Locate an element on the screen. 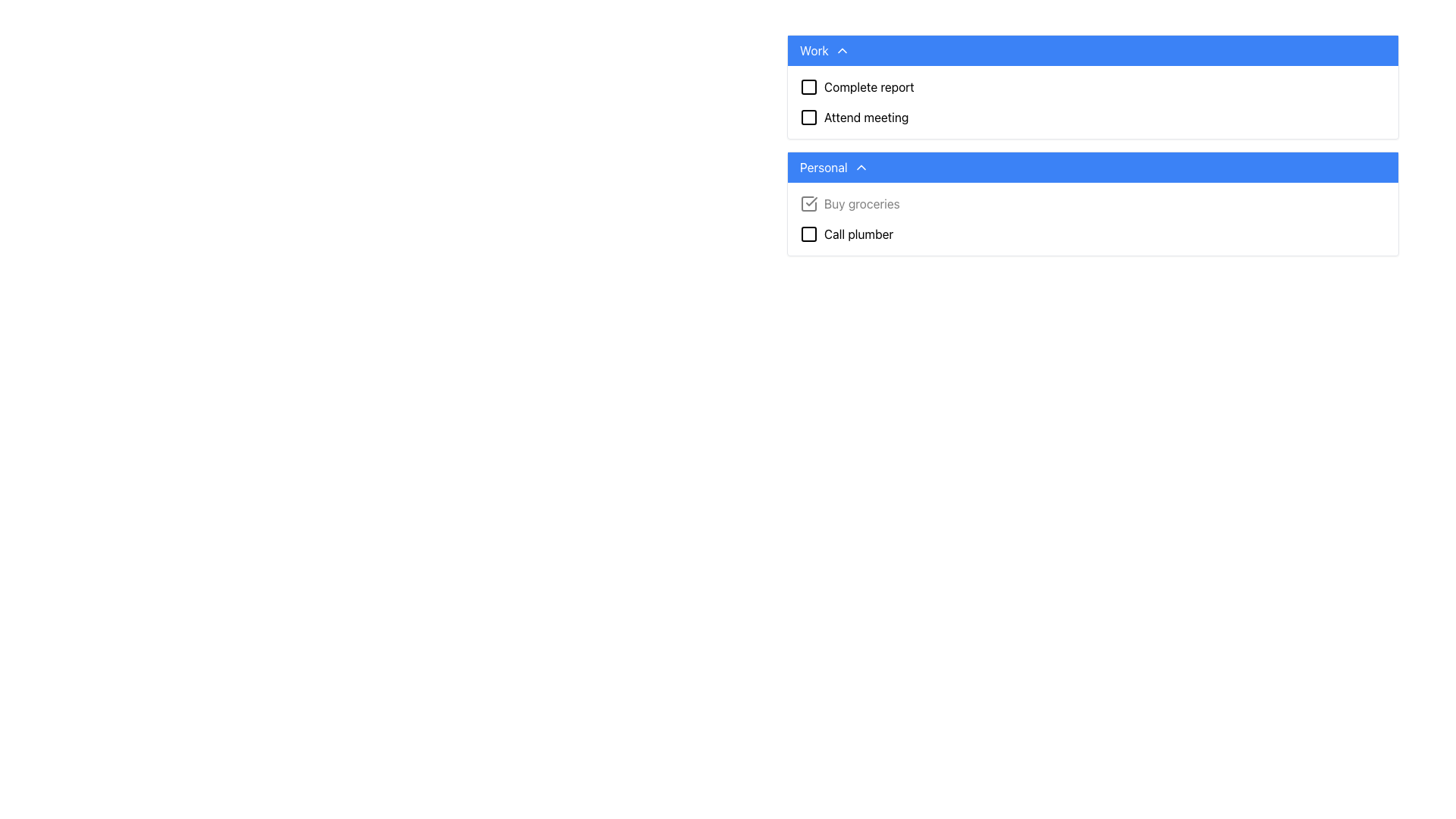  the checkbox to the left of the text 'Call plumber' is located at coordinates (808, 234).